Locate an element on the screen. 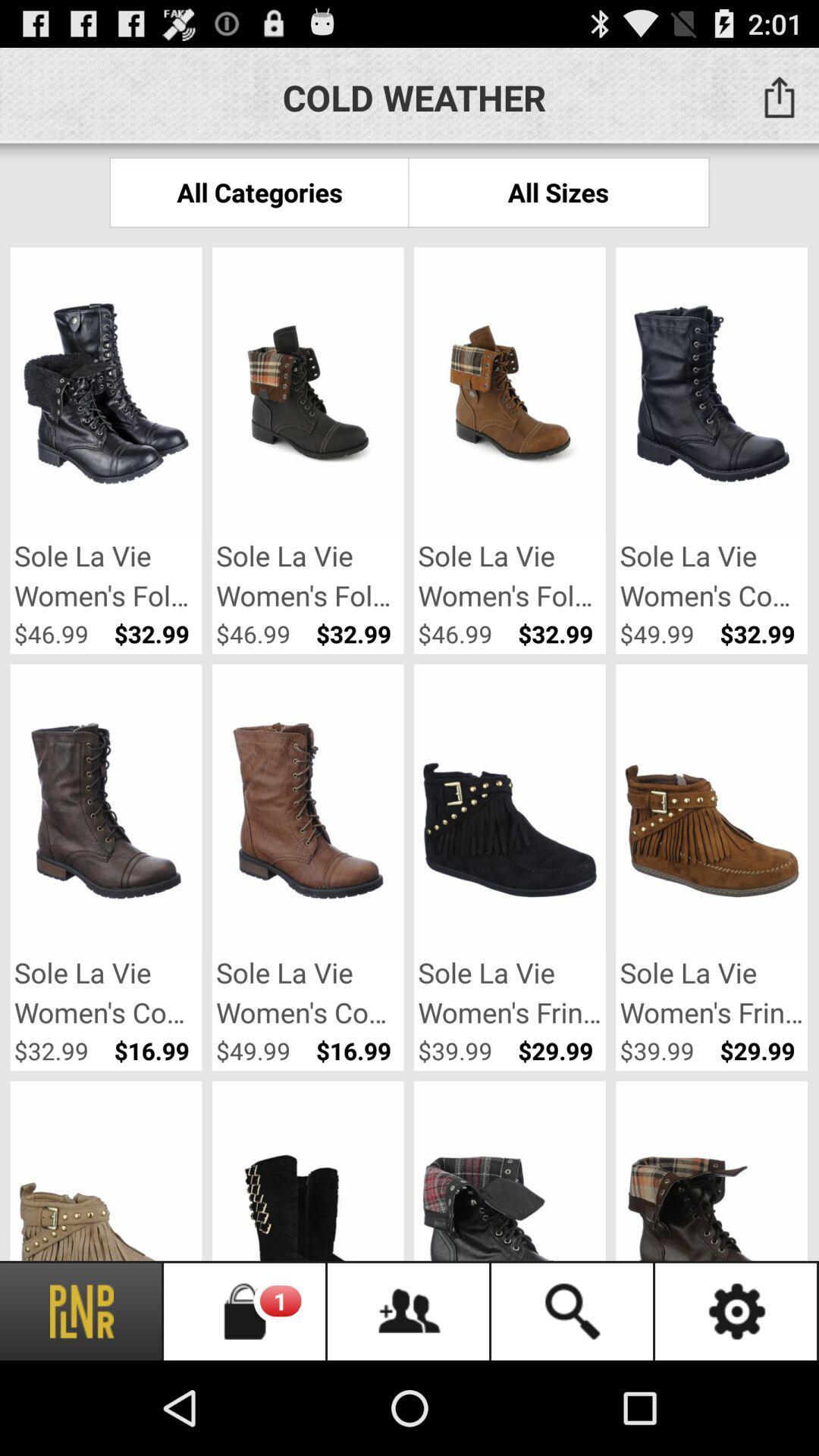 This screenshot has width=819, height=1456. icon to the right of all categories icon is located at coordinates (558, 191).